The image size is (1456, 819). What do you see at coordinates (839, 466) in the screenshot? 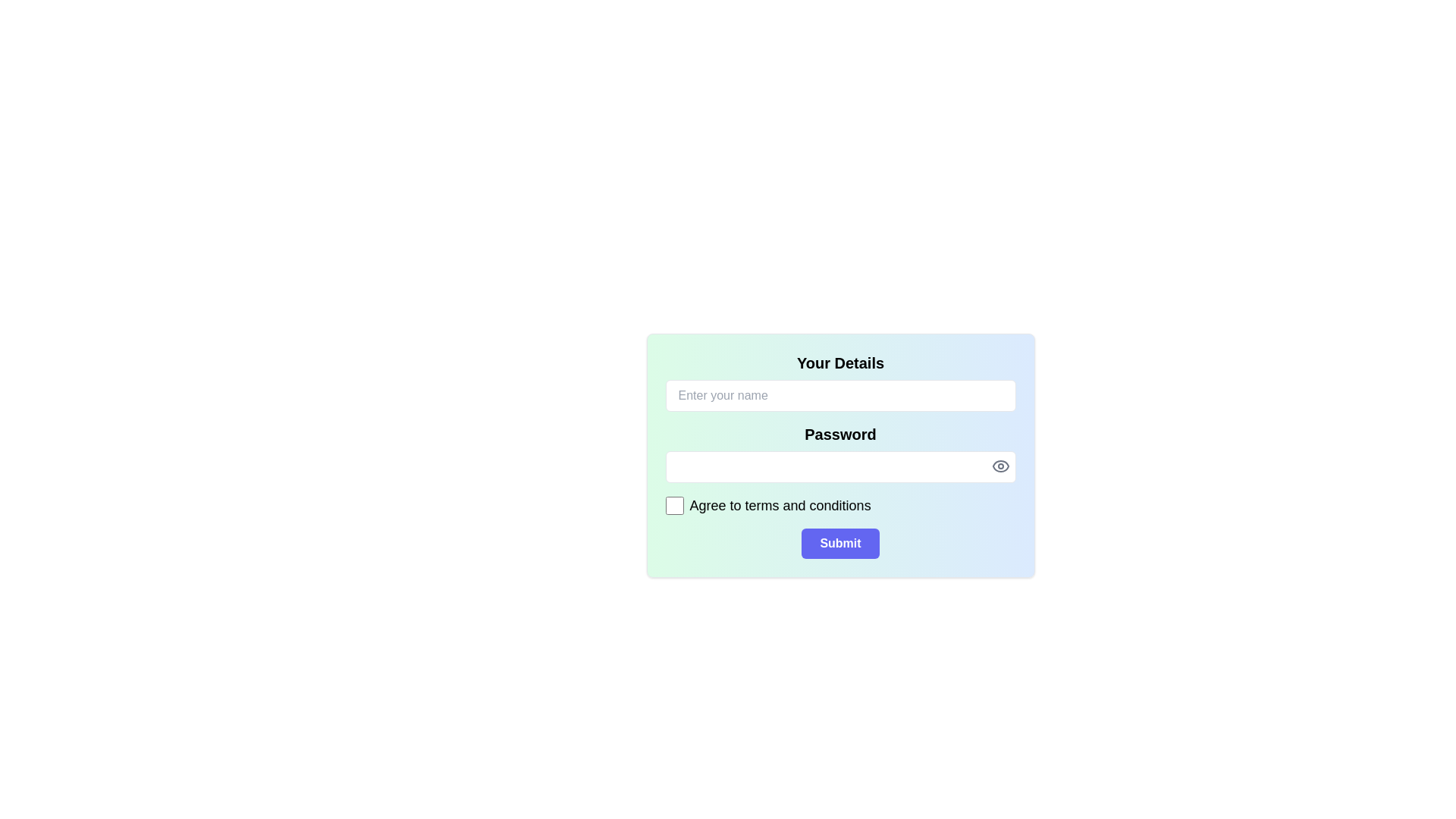
I see `and drop text into the rectangular input field styled with rounded edges located below the 'Password' label` at bounding box center [839, 466].